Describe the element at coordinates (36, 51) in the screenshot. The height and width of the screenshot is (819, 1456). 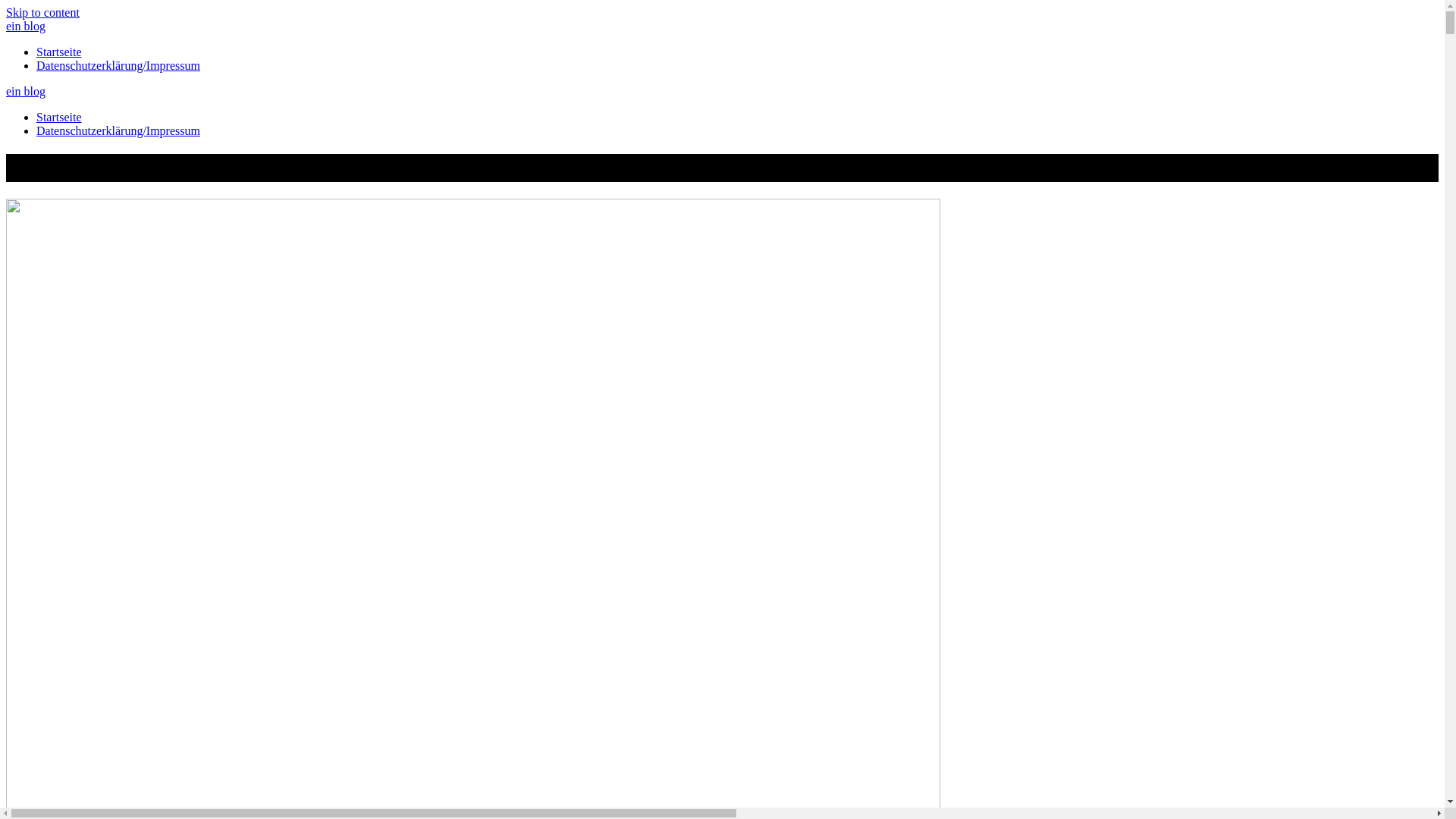
I see `'Startseite'` at that location.